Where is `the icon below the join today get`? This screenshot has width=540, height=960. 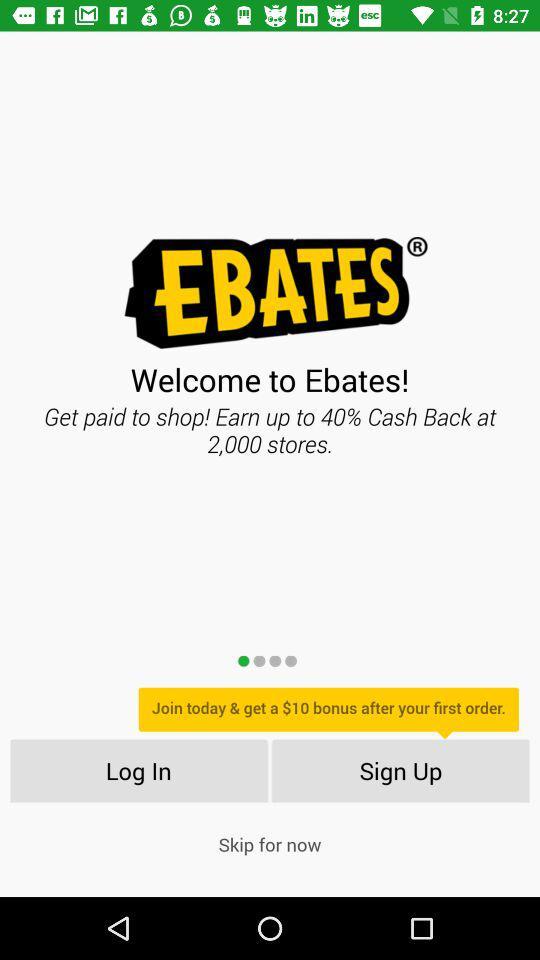 the icon below the join today get is located at coordinates (401, 769).